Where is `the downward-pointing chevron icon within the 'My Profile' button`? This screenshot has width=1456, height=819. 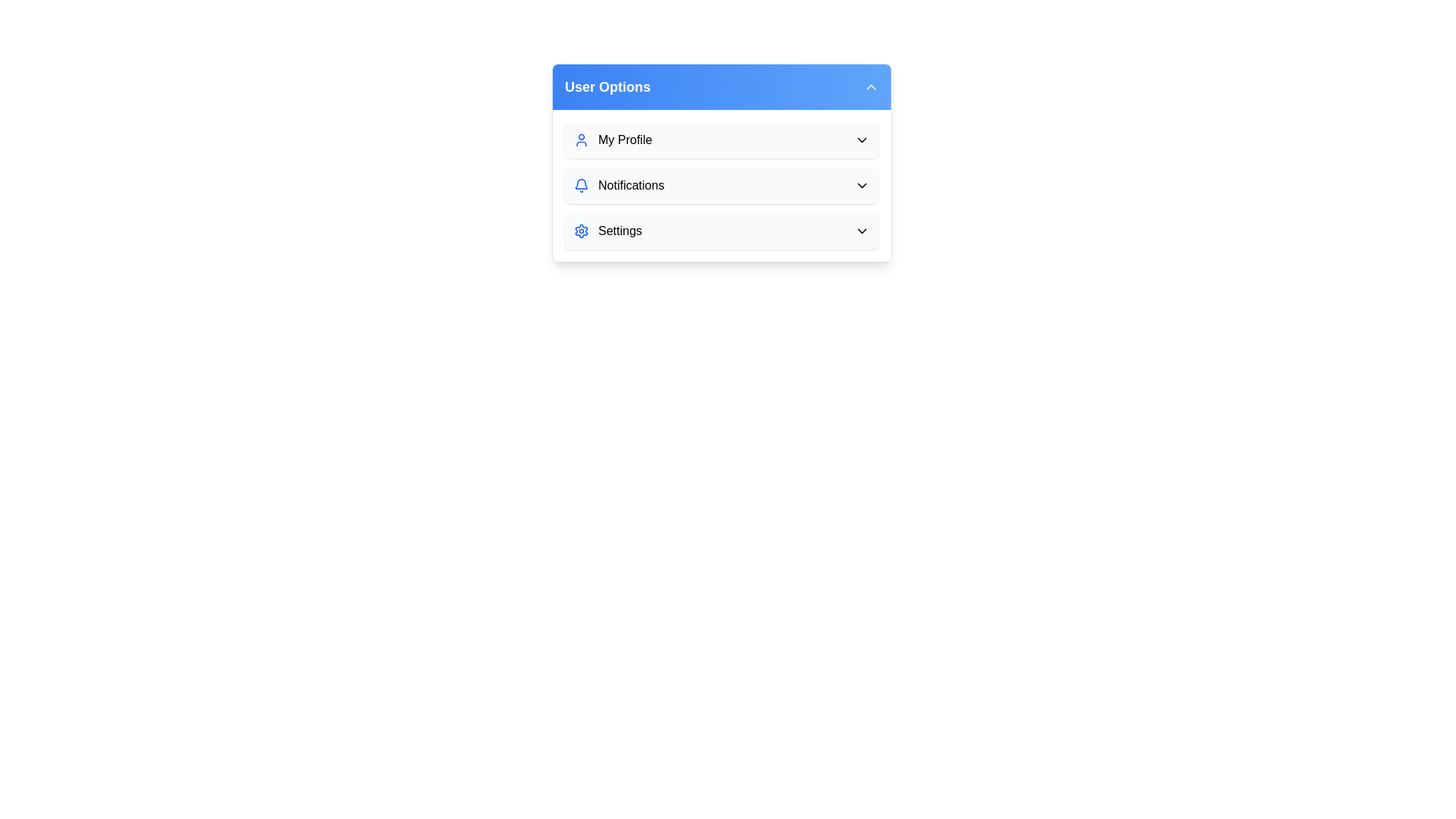 the downward-pointing chevron icon within the 'My Profile' button is located at coordinates (862, 140).